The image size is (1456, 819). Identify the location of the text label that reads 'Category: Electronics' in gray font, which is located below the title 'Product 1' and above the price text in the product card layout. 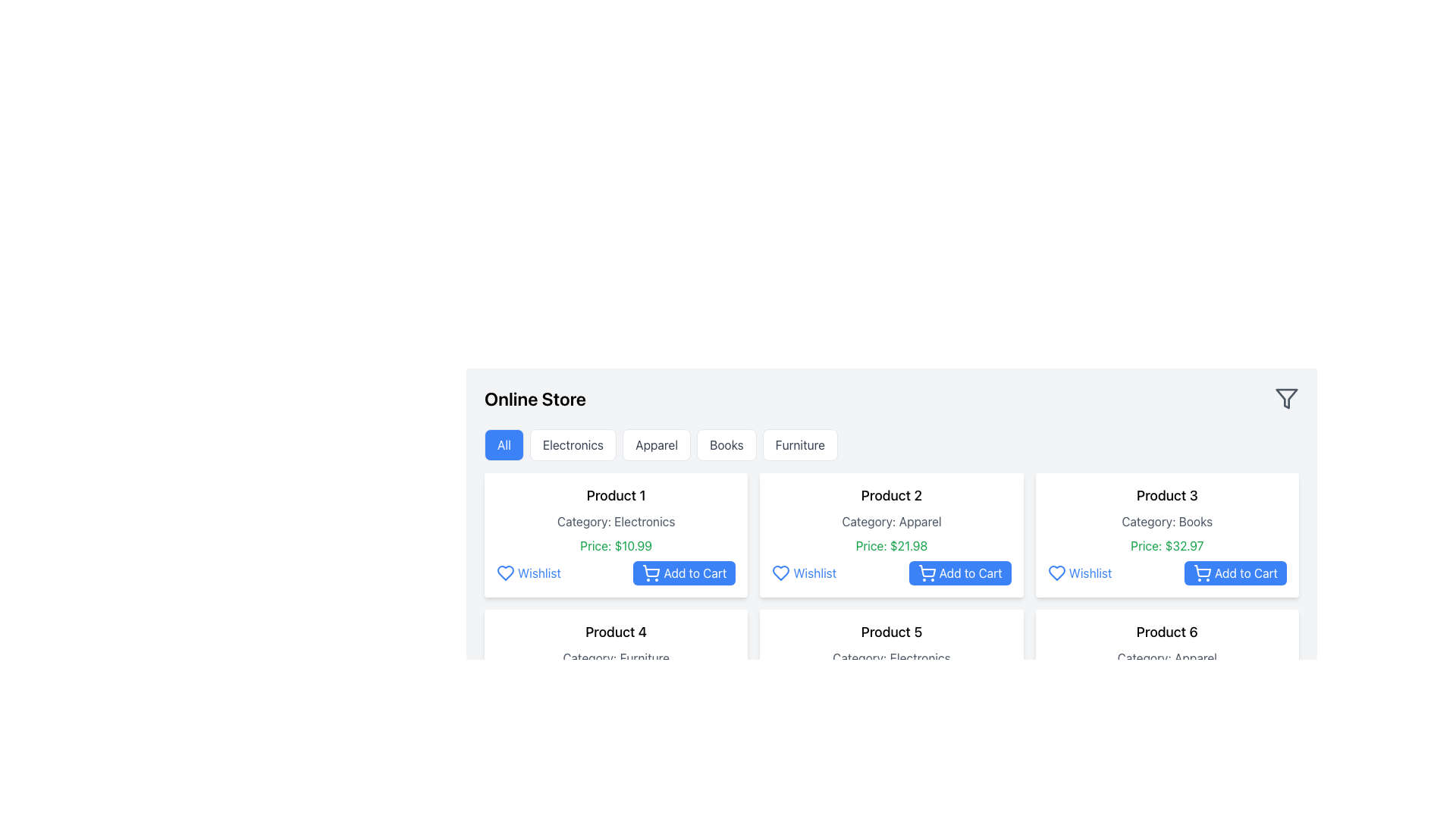
(616, 520).